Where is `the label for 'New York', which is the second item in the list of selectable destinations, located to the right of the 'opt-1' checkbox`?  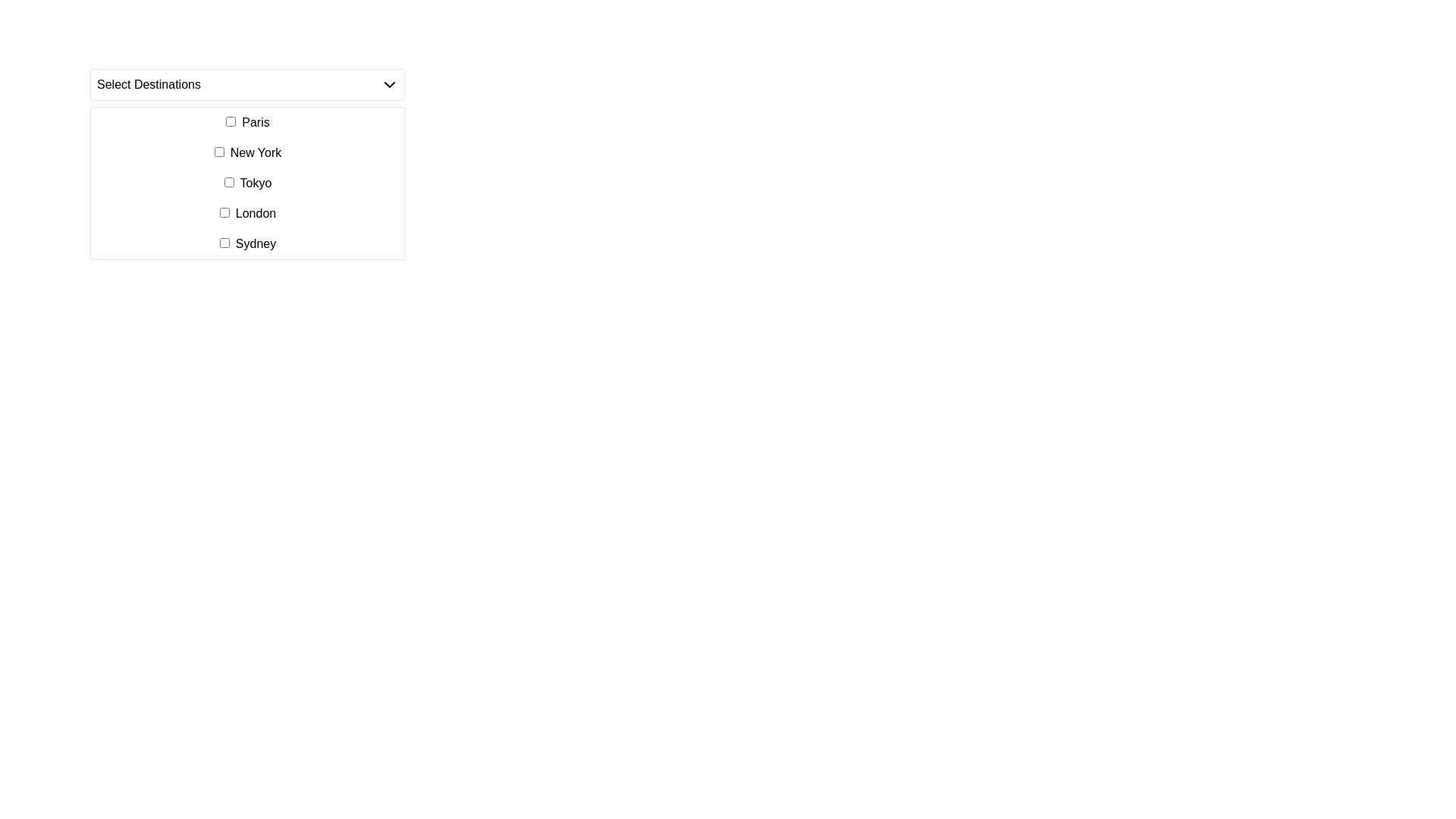
the label for 'New York', which is the second item in the list of selectable destinations, located to the right of the 'opt-1' checkbox is located at coordinates (256, 152).